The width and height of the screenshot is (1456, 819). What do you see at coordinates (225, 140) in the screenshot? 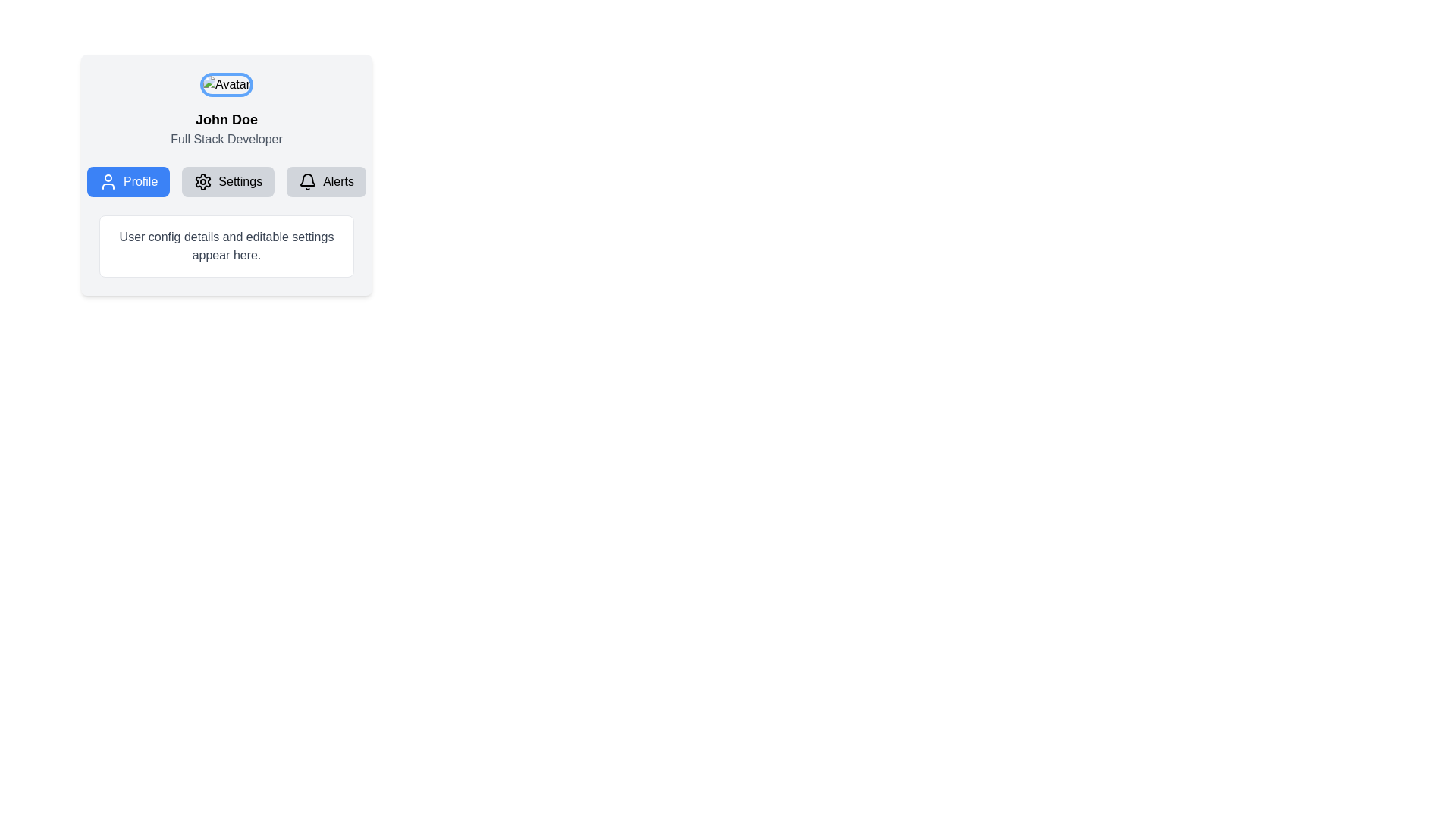
I see `the text label displaying 'Full Stack Developer', which is centered below the name 'John Doe' in the user profile card` at bounding box center [225, 140].